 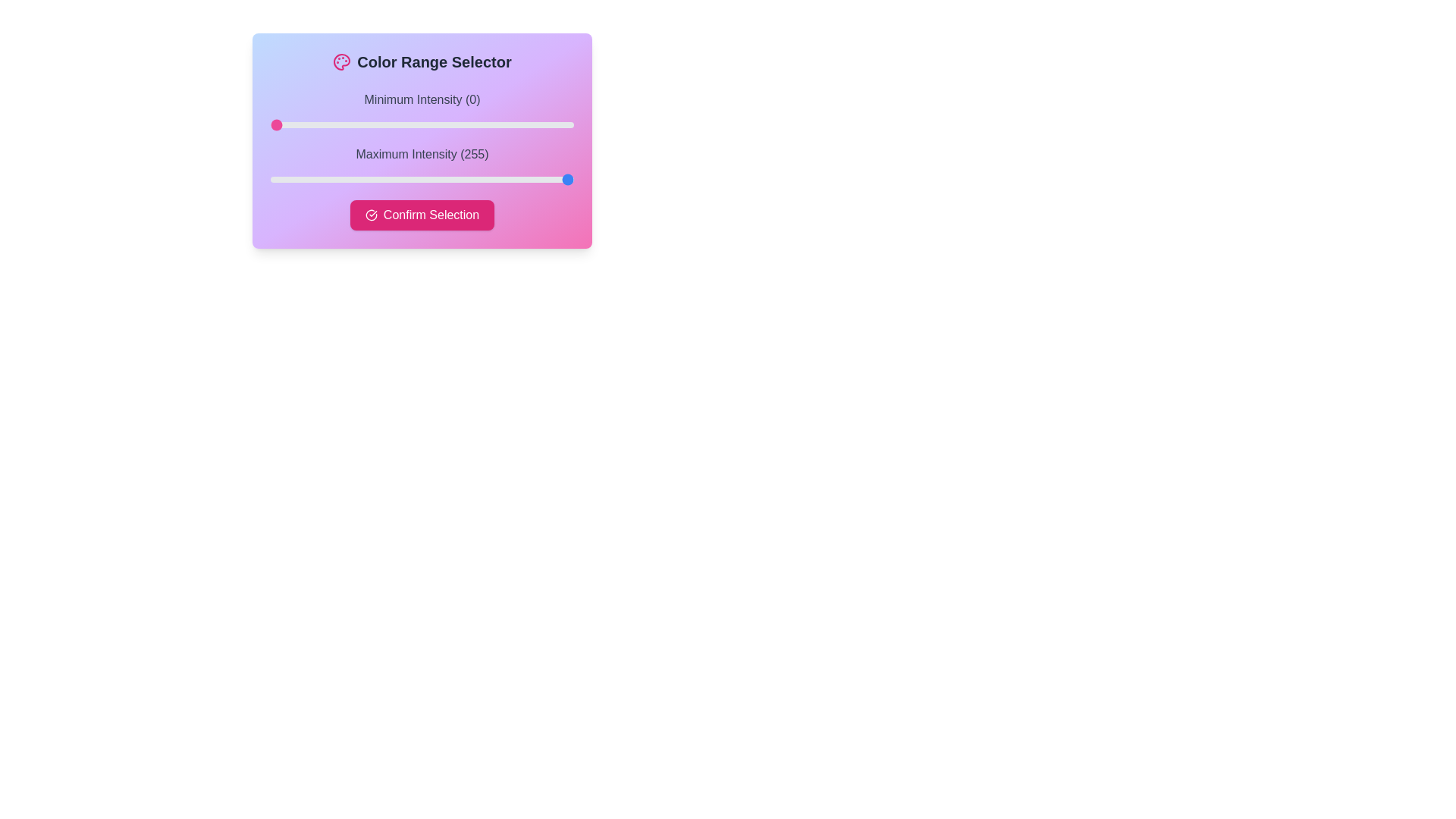 What do you see at coordinates (315, 124) in the screenshot?
I see `the minimum intensity slider to 38 value` at bounding box center [315, 124].